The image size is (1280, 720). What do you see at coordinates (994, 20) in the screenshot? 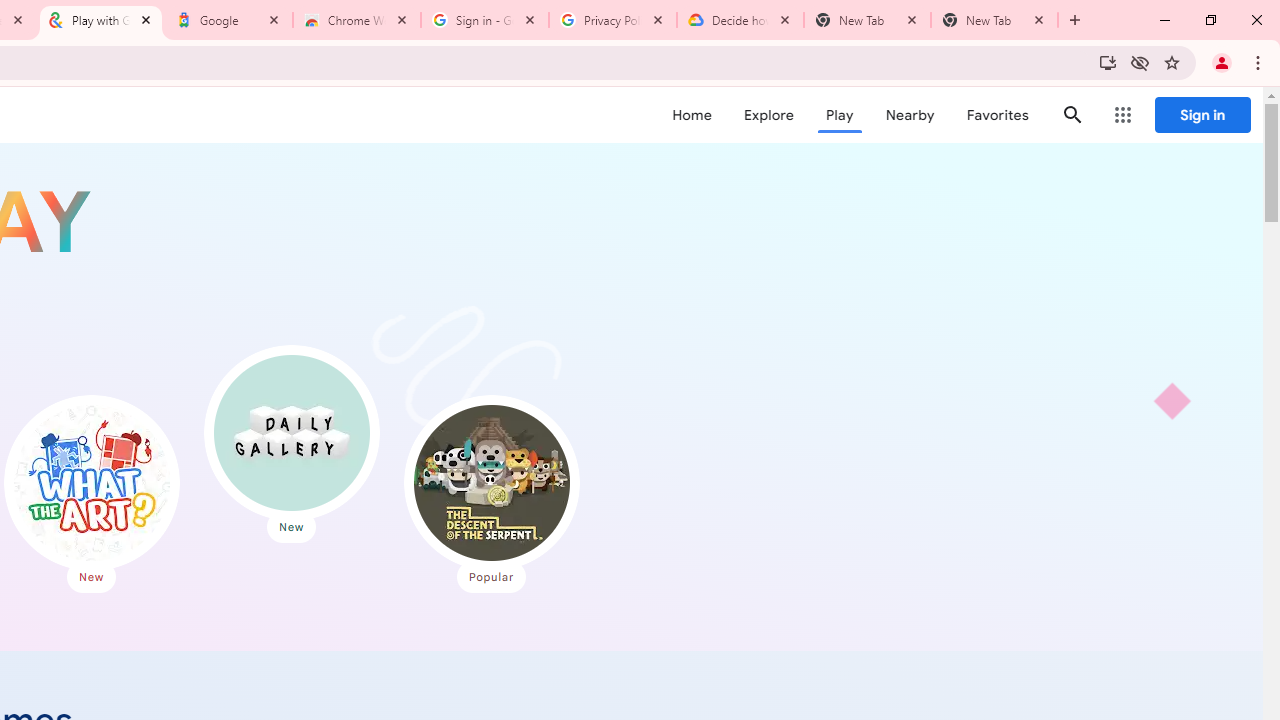
I see `'New Tab'` at bounding box center [994, 20].